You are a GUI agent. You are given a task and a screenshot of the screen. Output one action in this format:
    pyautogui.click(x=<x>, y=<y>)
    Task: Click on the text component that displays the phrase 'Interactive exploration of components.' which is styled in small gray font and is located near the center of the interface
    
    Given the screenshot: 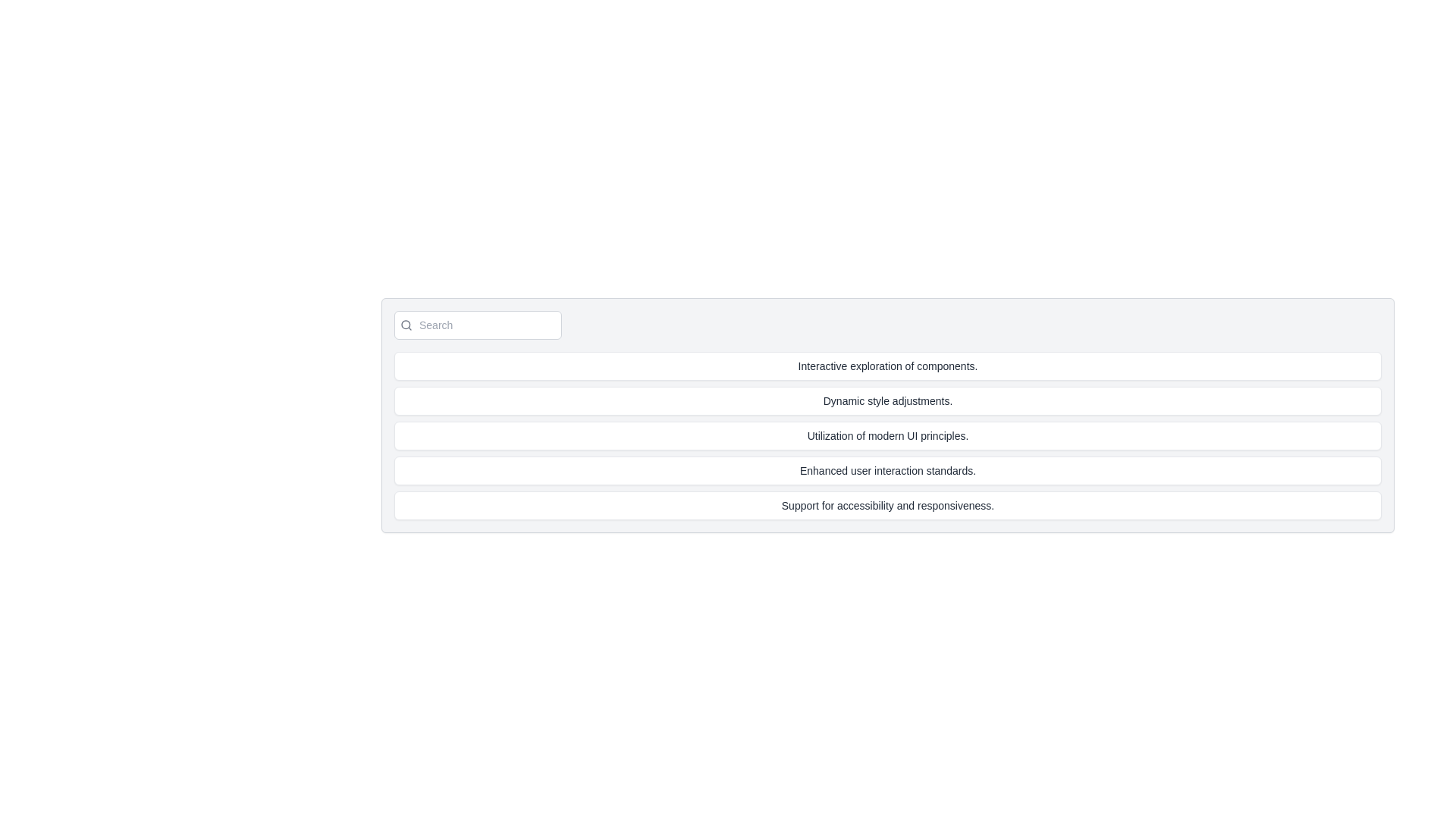 What is the action you would take?
    pyautogui.click(x=888, y=366)
    